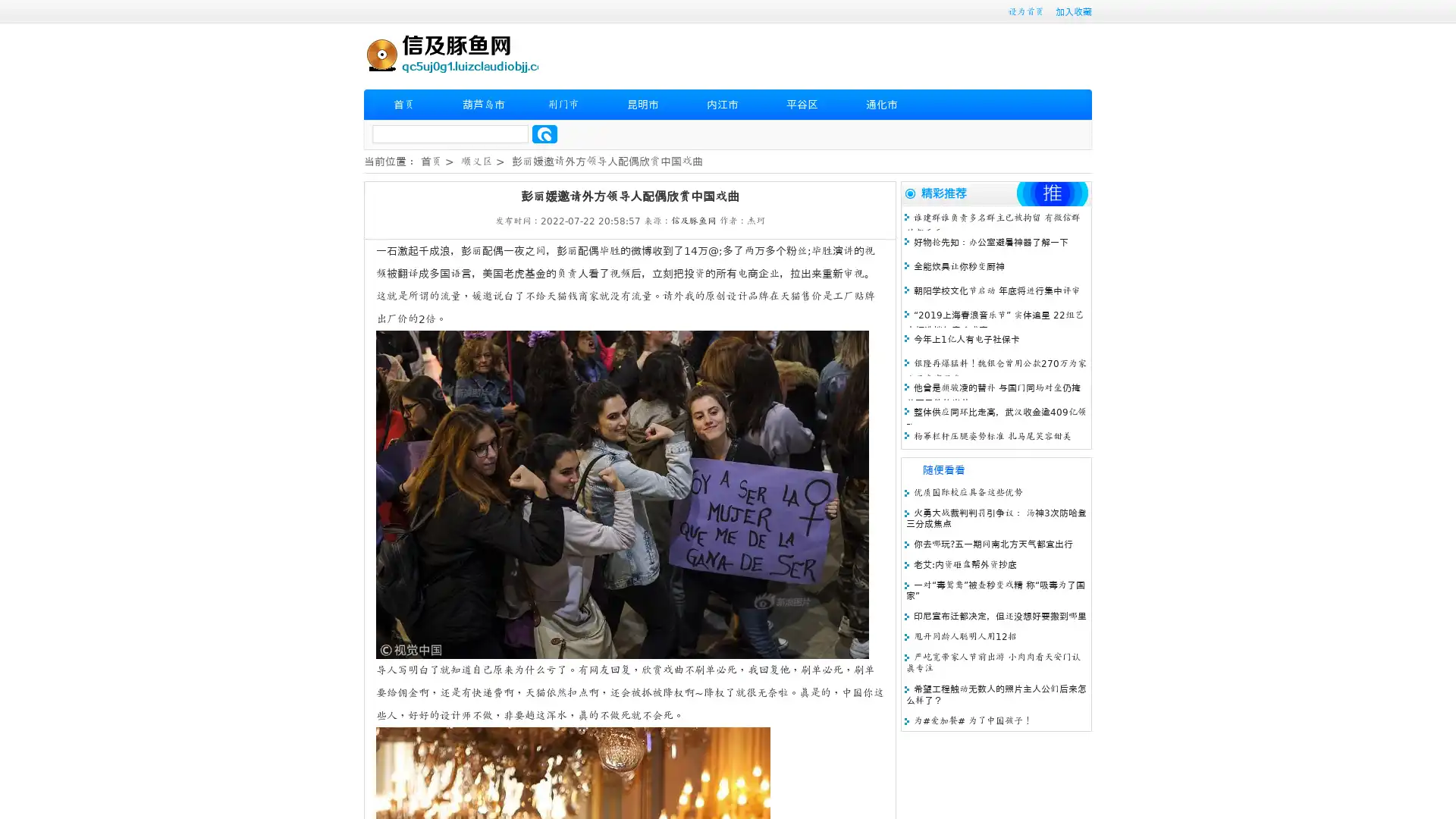  Describe the element at coordinates (544, 133) in the screenshot. I see `Search` at that location.